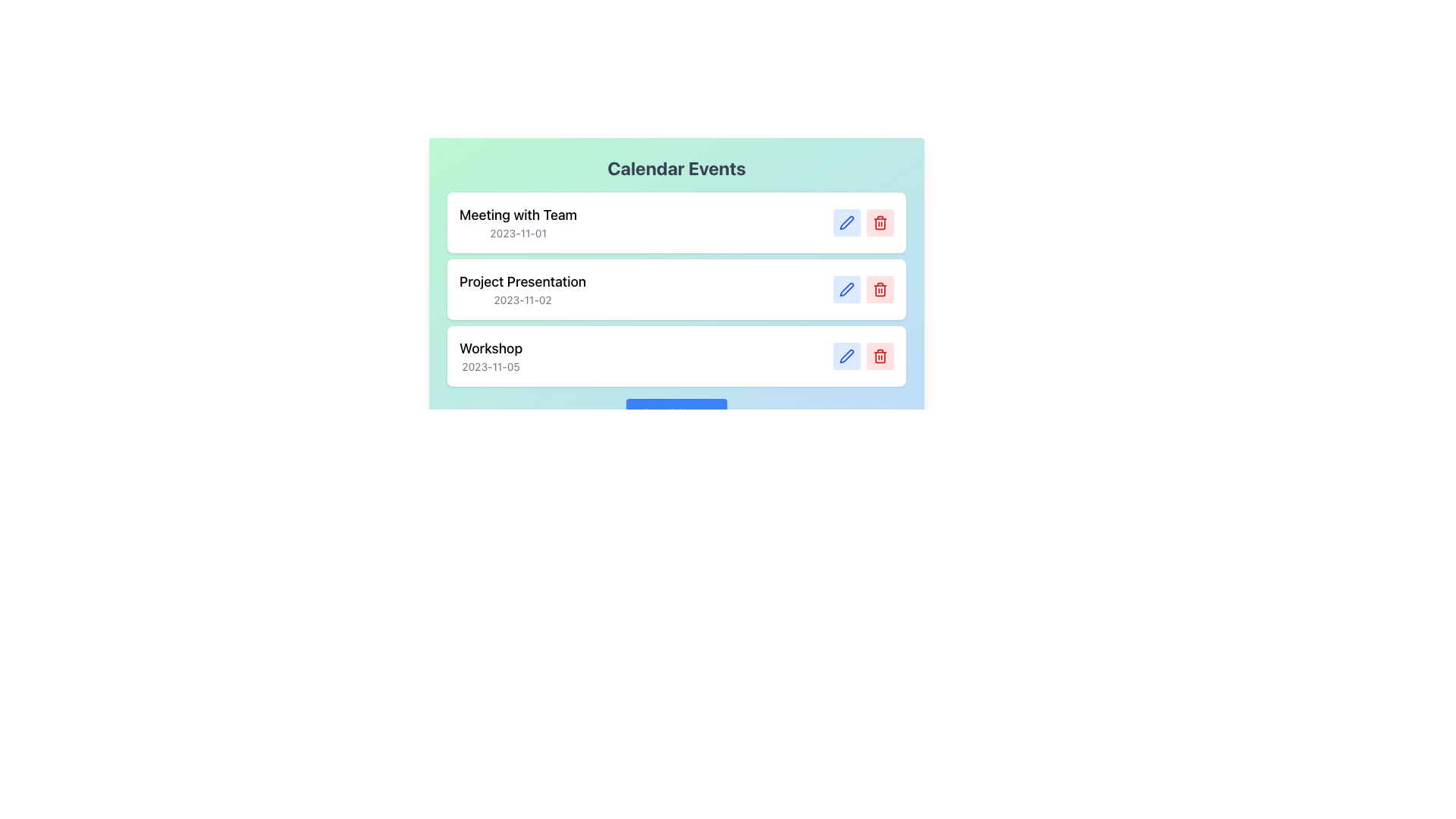  Describe the element at coordinates (518, 215) in the screenshot. I see `the text block reading 'Meeting with Team'` at that location.